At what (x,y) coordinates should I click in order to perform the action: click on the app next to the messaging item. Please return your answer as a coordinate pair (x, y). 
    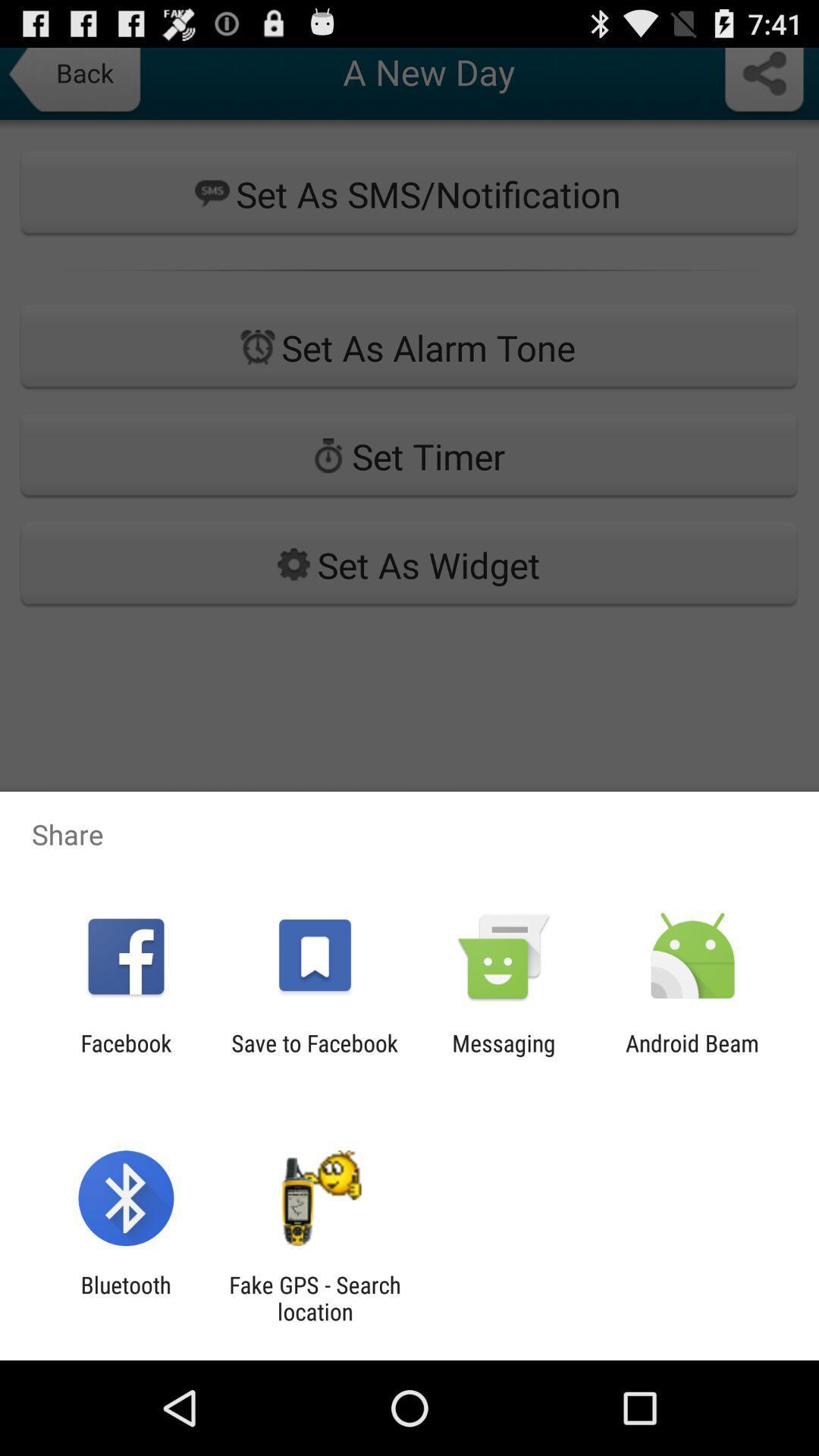
    Looking at the image, I should click on (314, 1056).